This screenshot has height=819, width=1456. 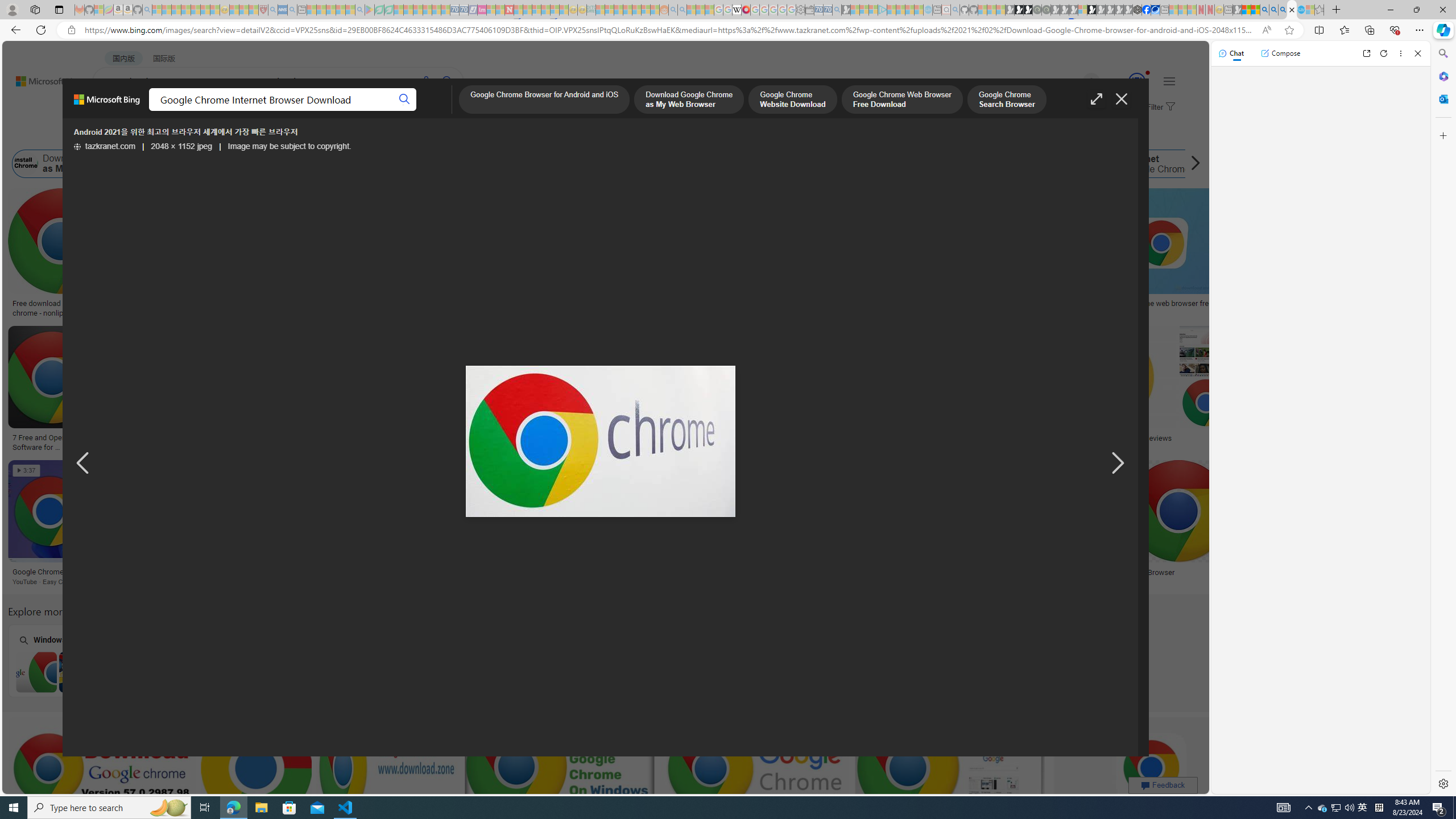 I want to click on 'Eugene', so click(x=1075, y=81).